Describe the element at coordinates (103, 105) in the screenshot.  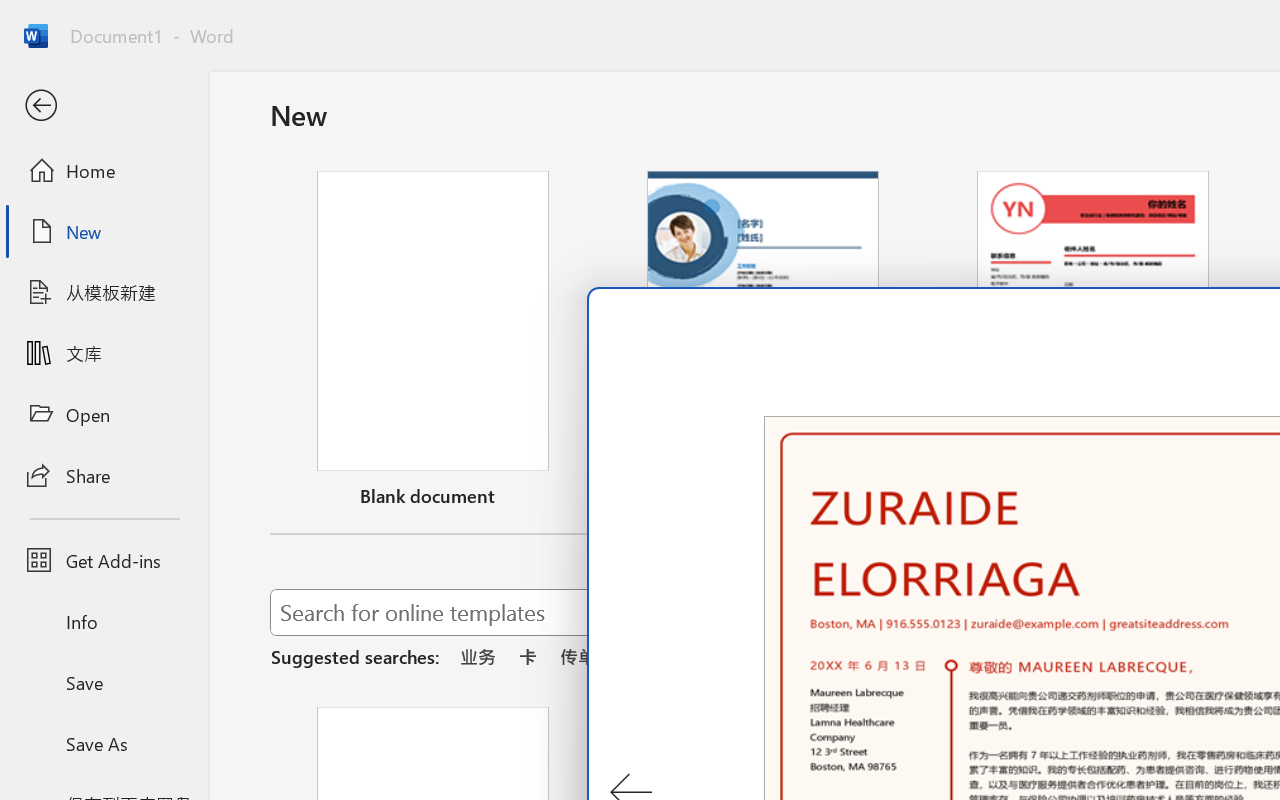
I see `'Back'` at that location.